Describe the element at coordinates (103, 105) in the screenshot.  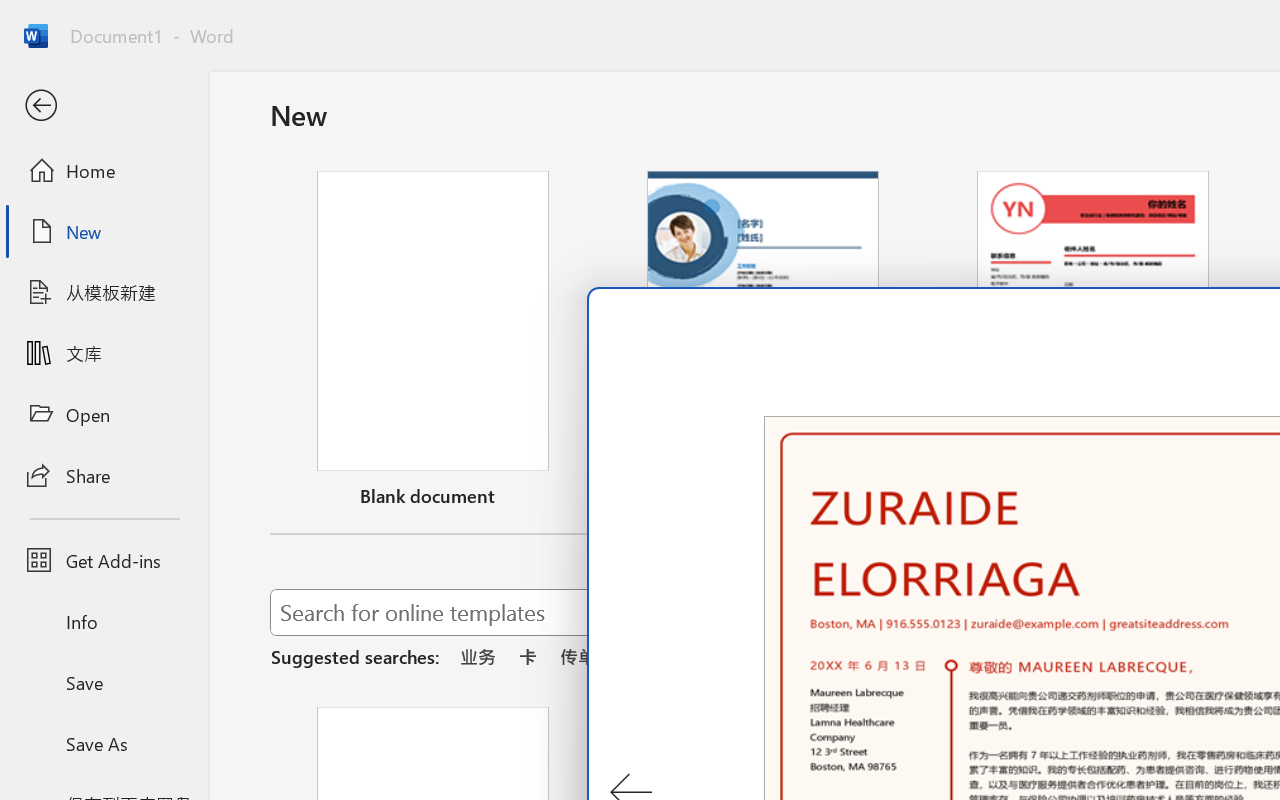
I see `'Back'` at that location.